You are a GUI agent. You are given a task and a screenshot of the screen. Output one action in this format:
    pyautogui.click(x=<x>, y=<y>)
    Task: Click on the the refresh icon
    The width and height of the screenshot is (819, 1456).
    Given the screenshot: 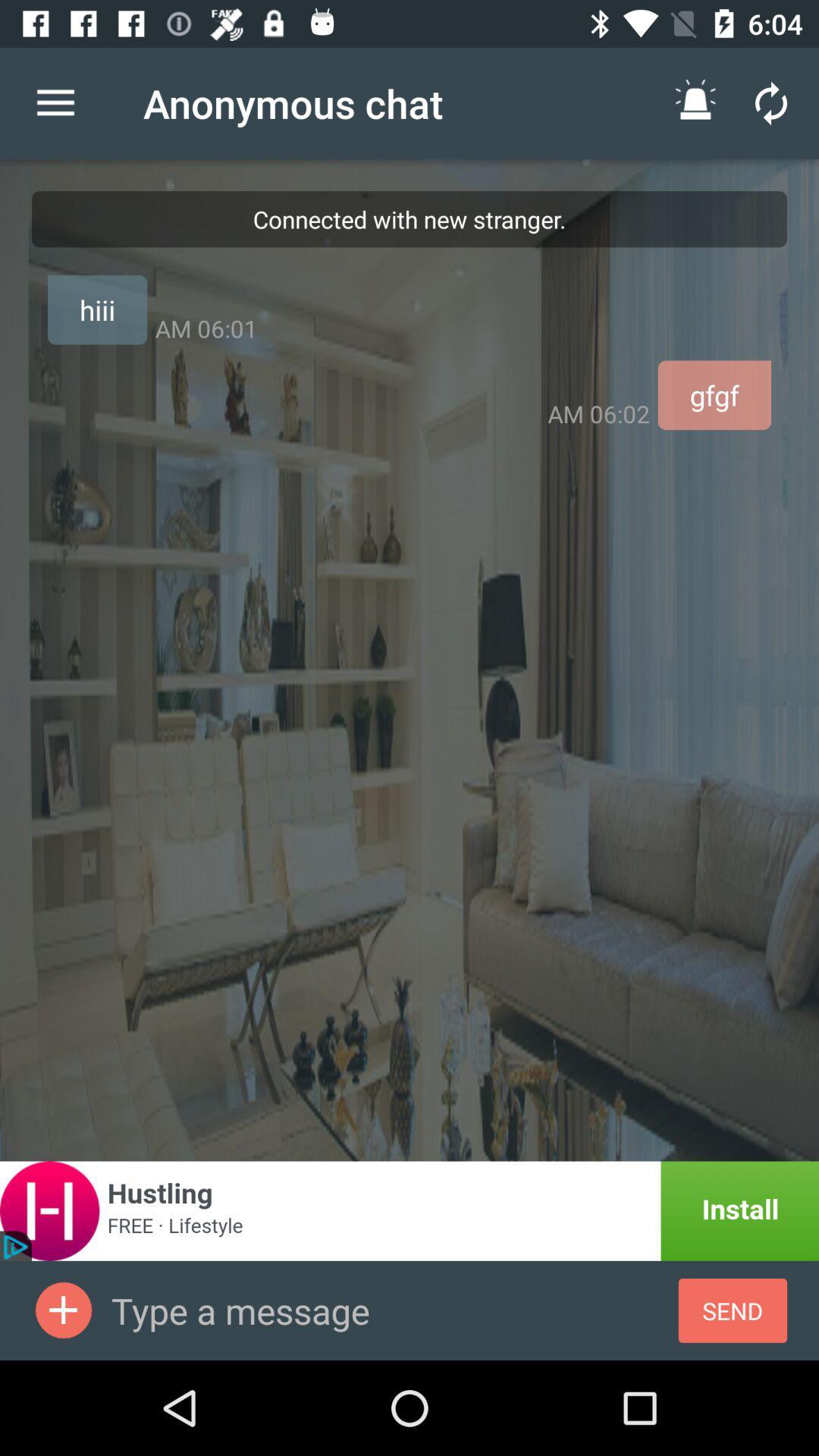 What is the action you would take?
    pyautogui.click(x=771, y=102)
    